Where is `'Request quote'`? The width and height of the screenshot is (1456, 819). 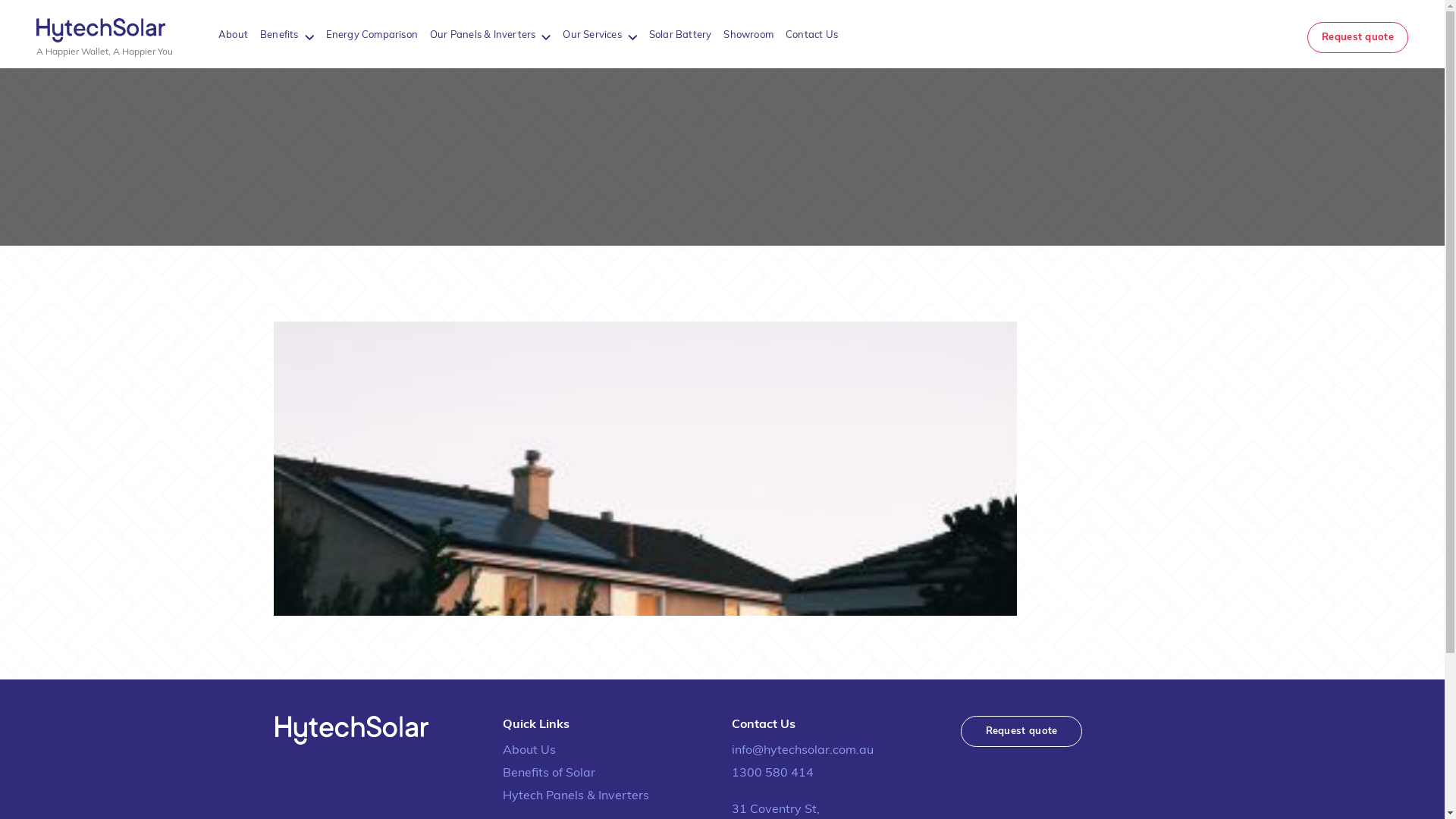
'Request quote' is located at coordinates (1357, 36).